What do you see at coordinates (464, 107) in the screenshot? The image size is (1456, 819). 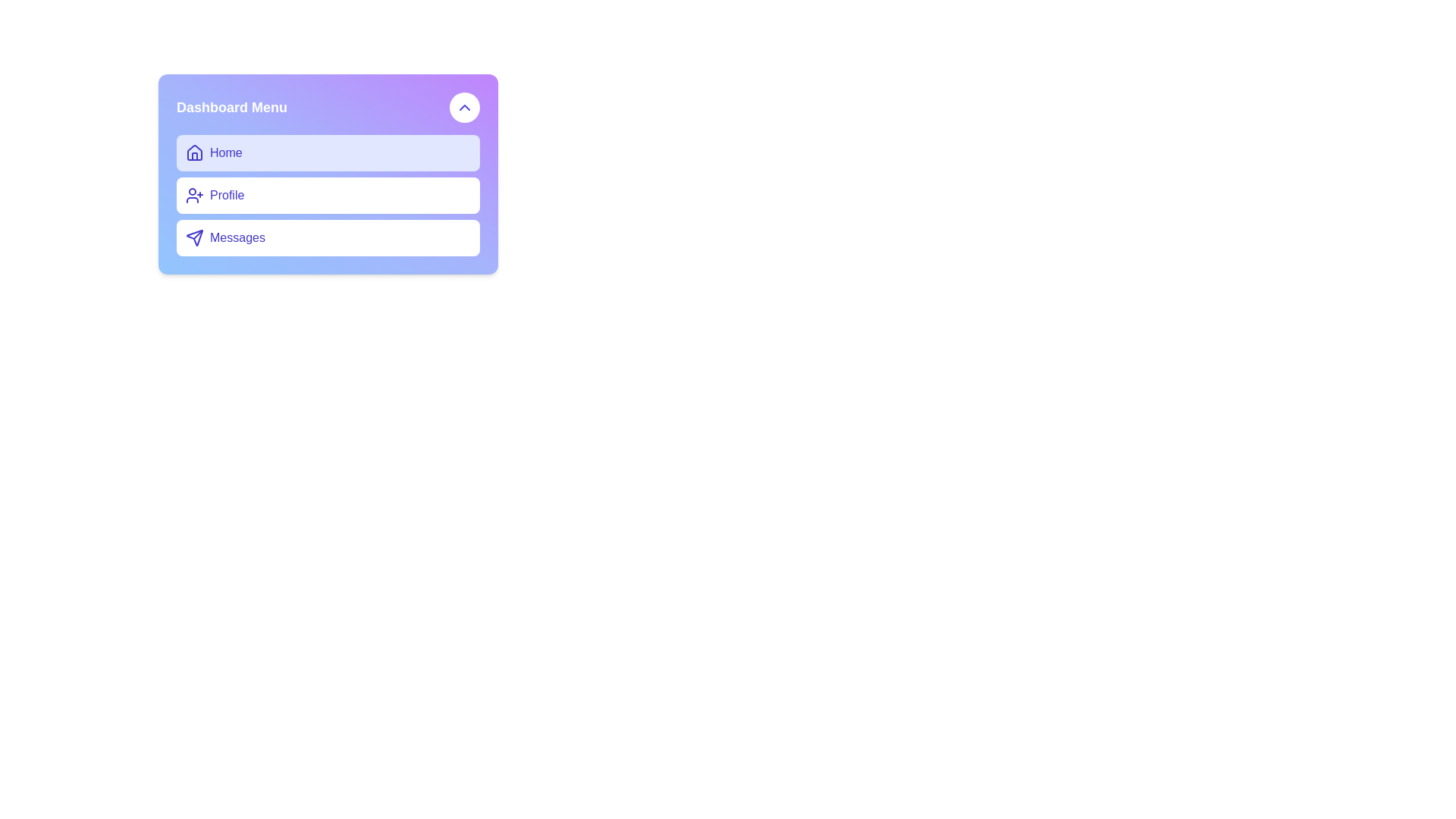 I see `the upward-facing chevron arrow icon nested inside the circular button with a white background and indigo border in the 'Dashboard Menu'` at bounding box center [464, 107].